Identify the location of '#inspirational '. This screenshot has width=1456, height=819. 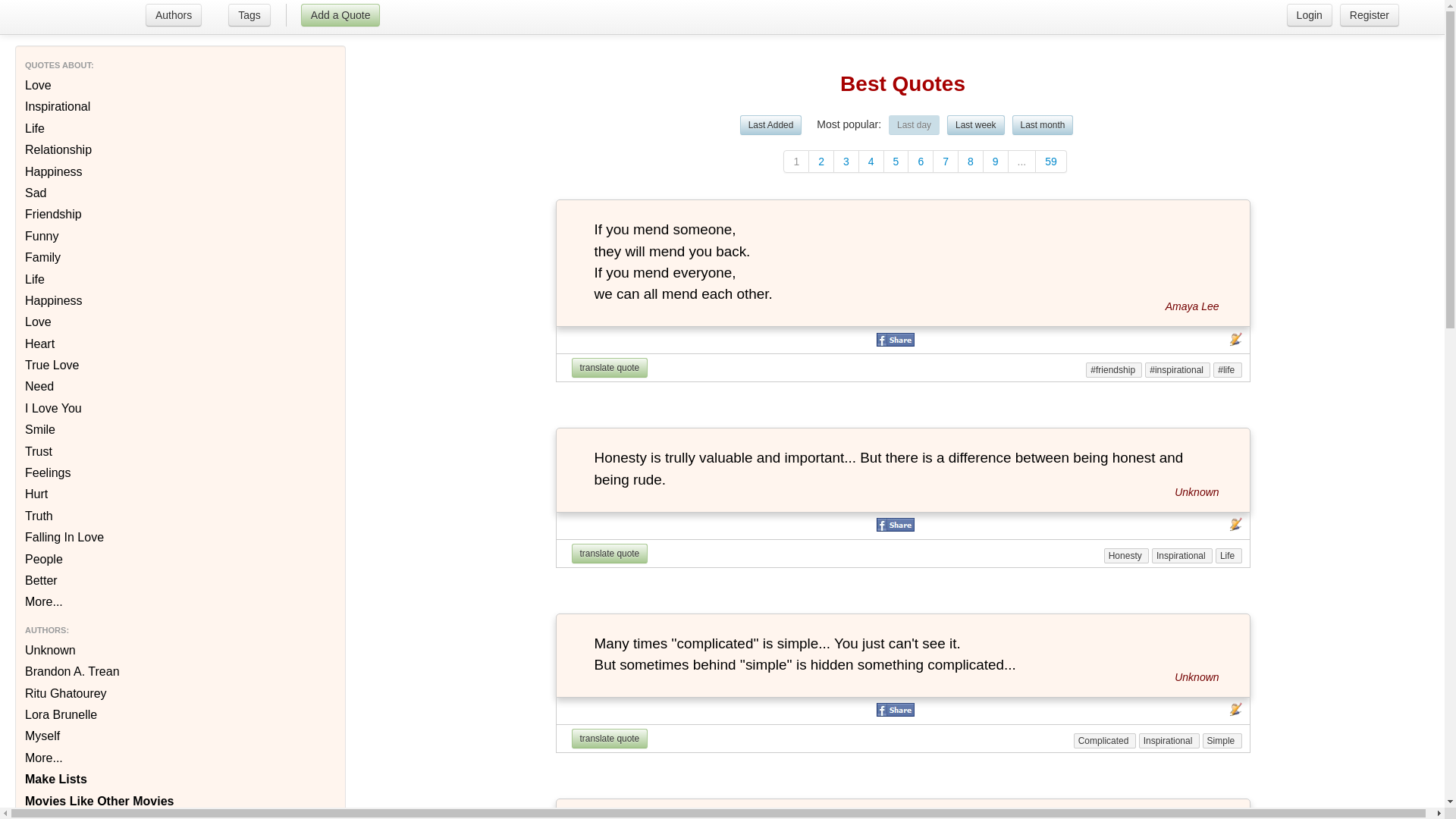
(1177, 370).